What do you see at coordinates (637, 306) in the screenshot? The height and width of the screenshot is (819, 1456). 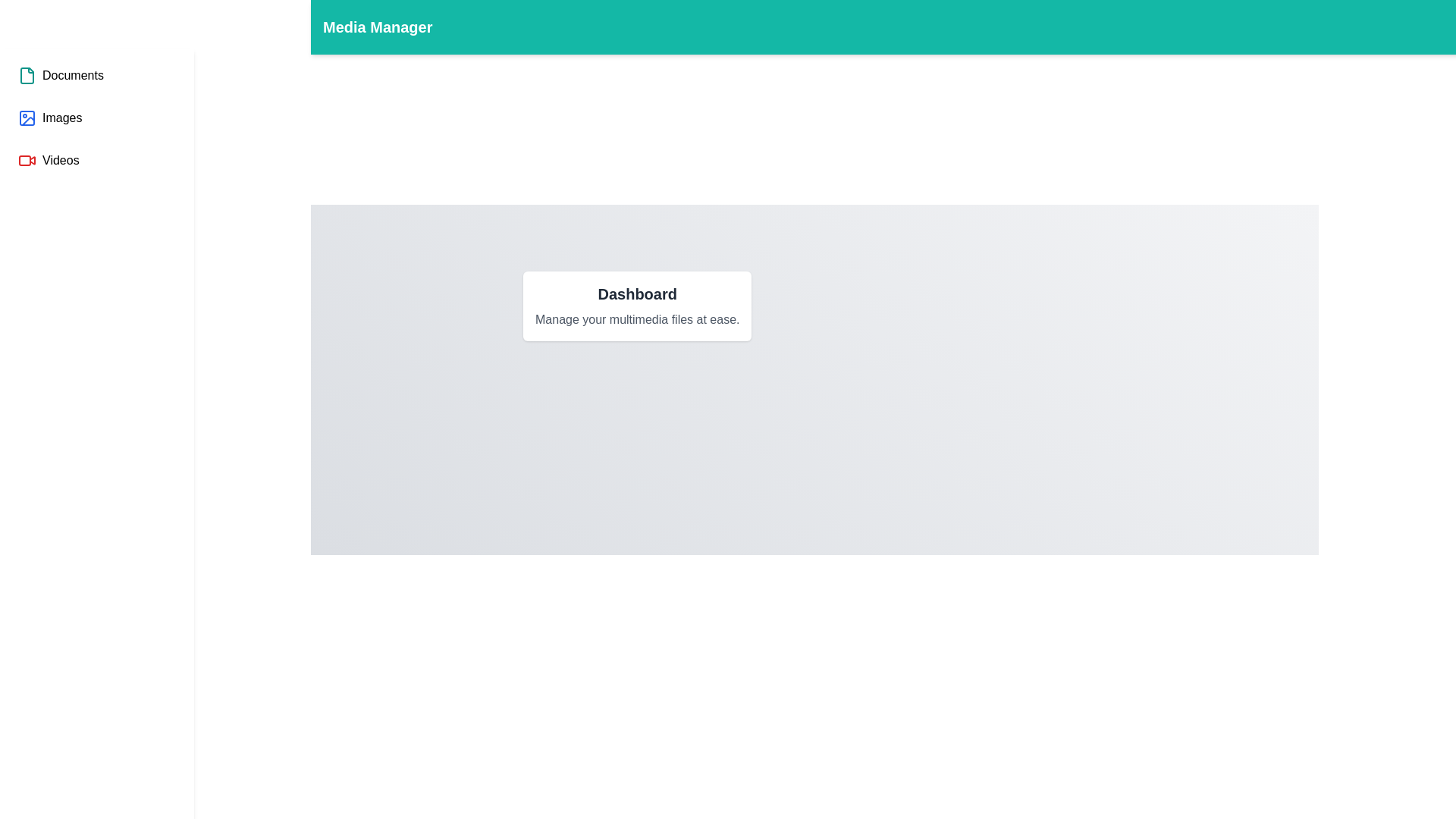 I see `the Informational Card that provides an overview of the dashboard functionality, positioned below the top green header bar and centered horizontally in the visible area` at bounding box center [637, 306].